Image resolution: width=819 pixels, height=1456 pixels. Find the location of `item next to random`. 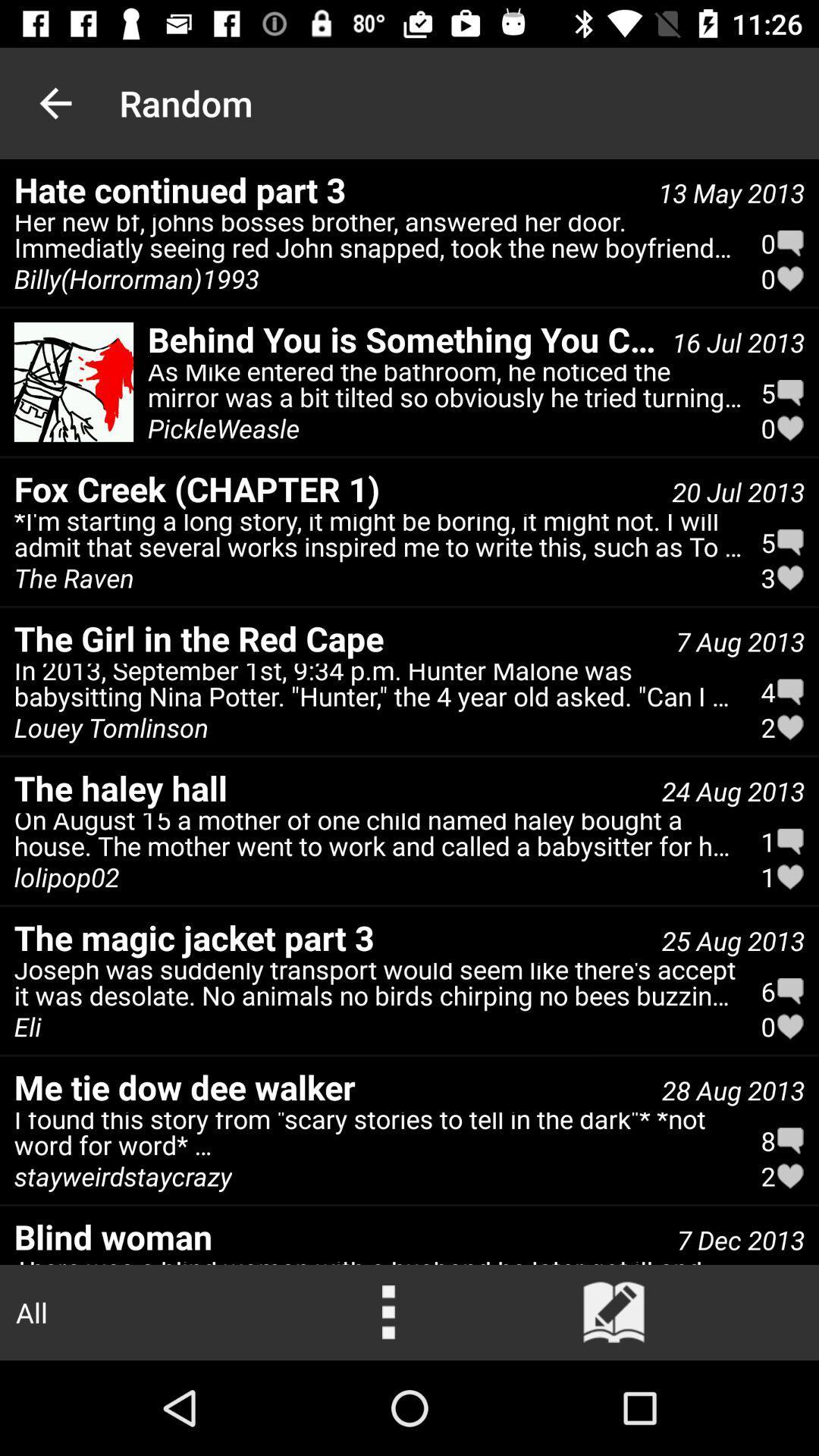

item next to random is located at coordinates (55, 102).